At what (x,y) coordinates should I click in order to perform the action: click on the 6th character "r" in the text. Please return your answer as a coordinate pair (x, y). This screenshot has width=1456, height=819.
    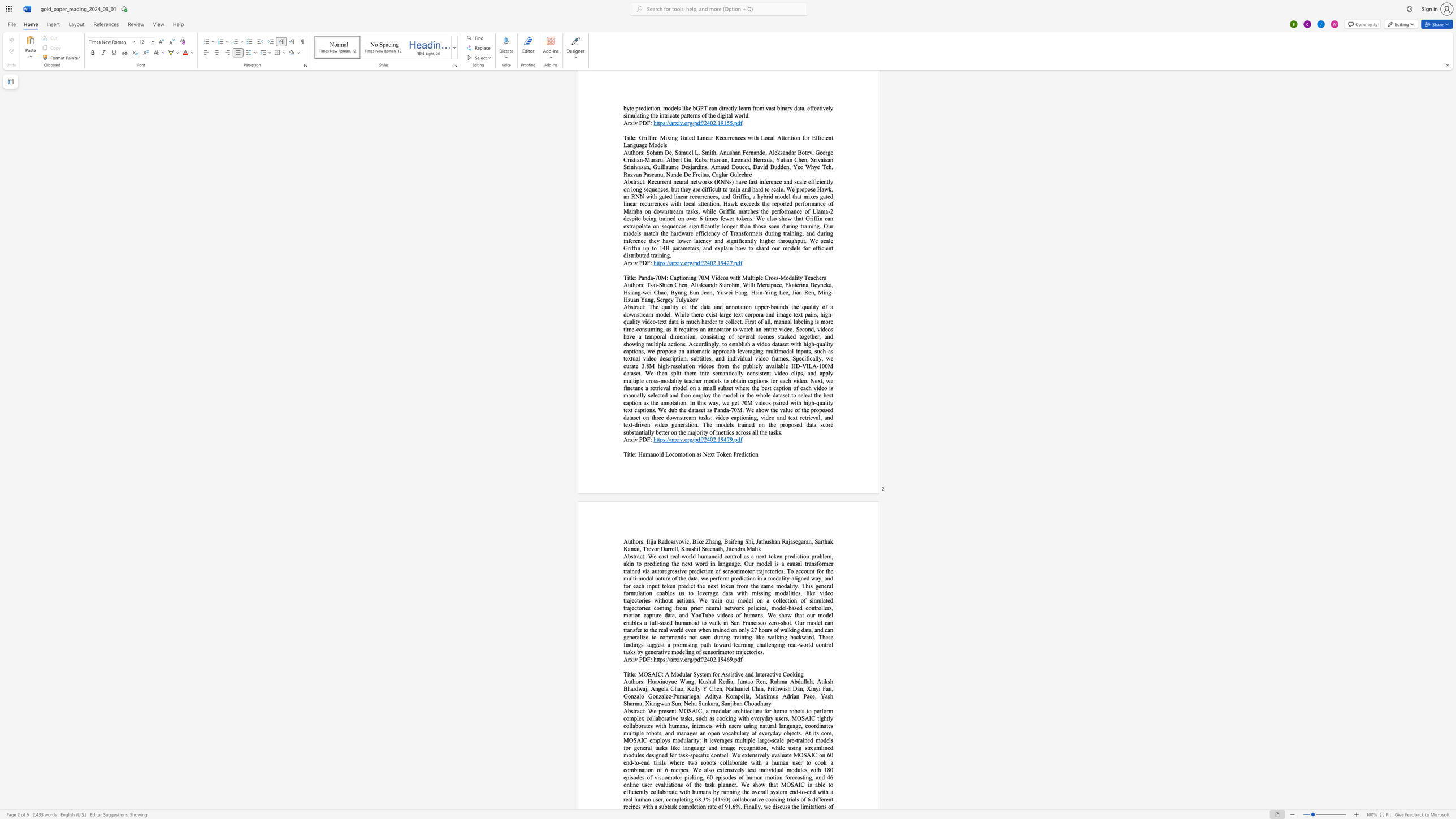
    Looking at the image, I should click on (671, 548).